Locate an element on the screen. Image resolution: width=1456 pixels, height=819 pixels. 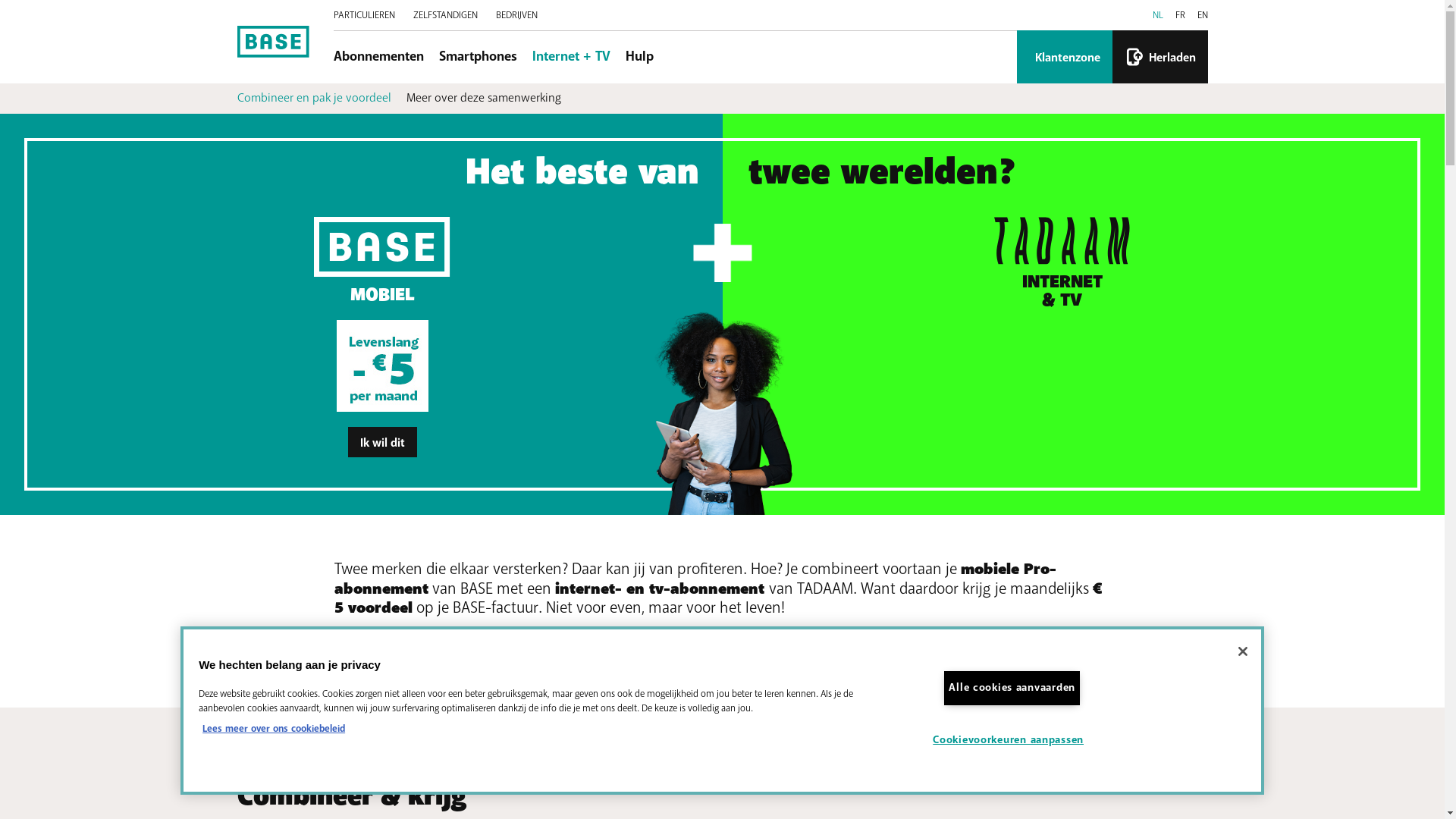
'NL' is located at coordinates (1156, 14).